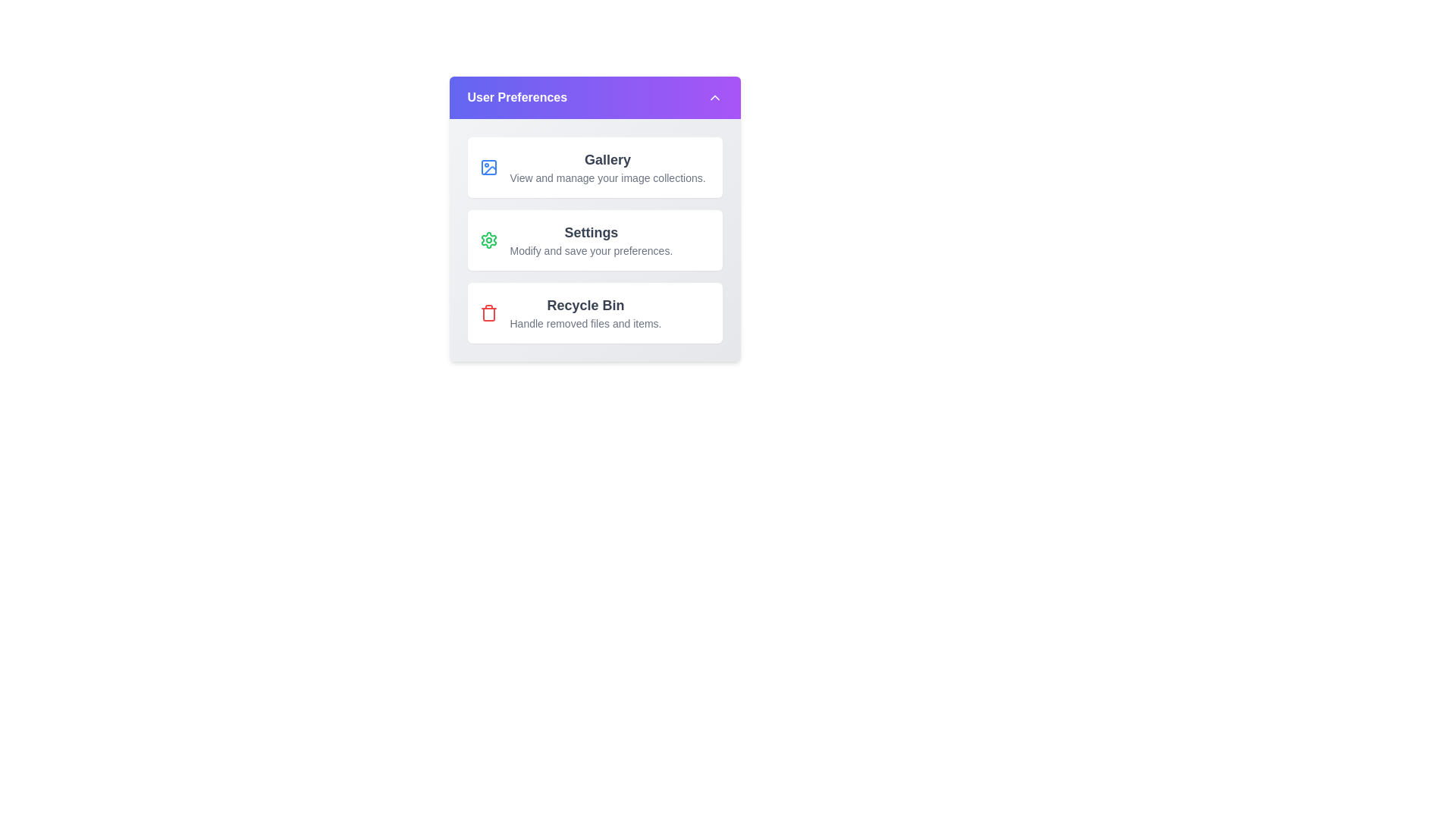  What do you see at coordinates (594, 167) in the screenshot?
I see `the preference item Gallery` at bounding box center [594, 167].